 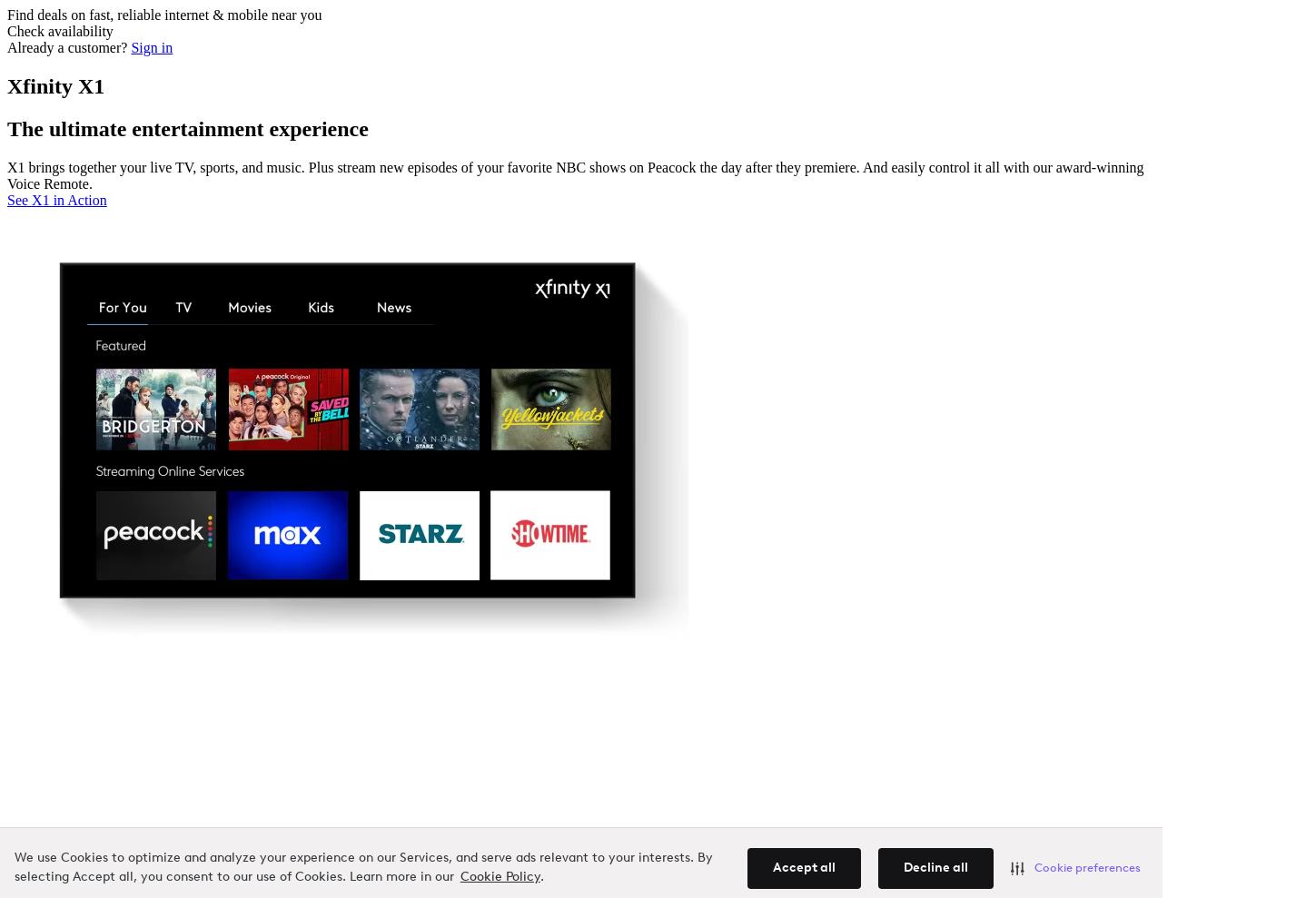 I want to click on 'Already a customer?', so click(x=68, y=46).